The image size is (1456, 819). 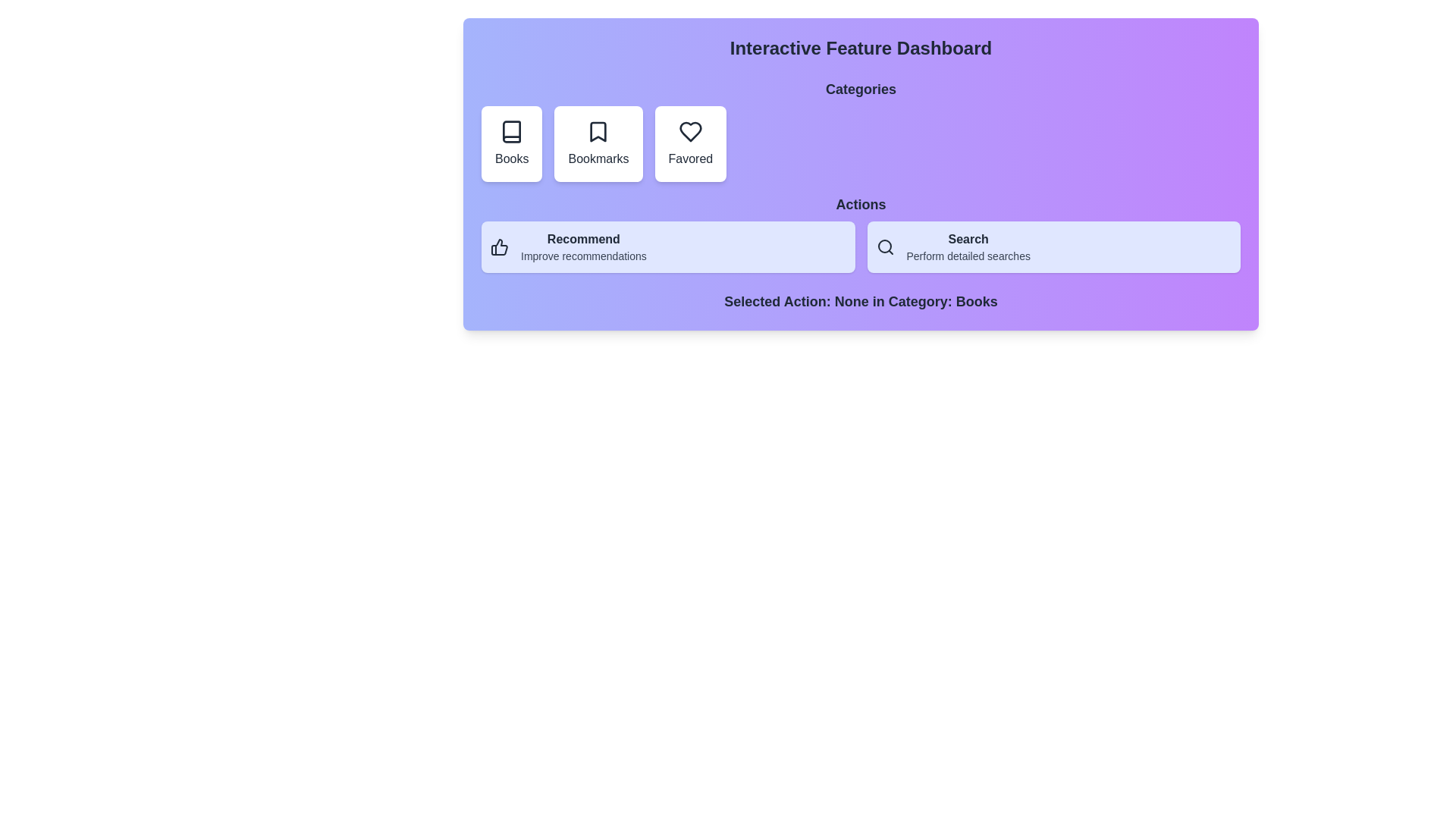 What do you see at coordinates (968, 246) in the screenshot?
I see `descriptive label containing the text 'Search' and 'Perform detailed searches' located in the middle-right section of the 'Actions' area, which has a light indigo background and dark gray text` at bounding box center [968, 246].